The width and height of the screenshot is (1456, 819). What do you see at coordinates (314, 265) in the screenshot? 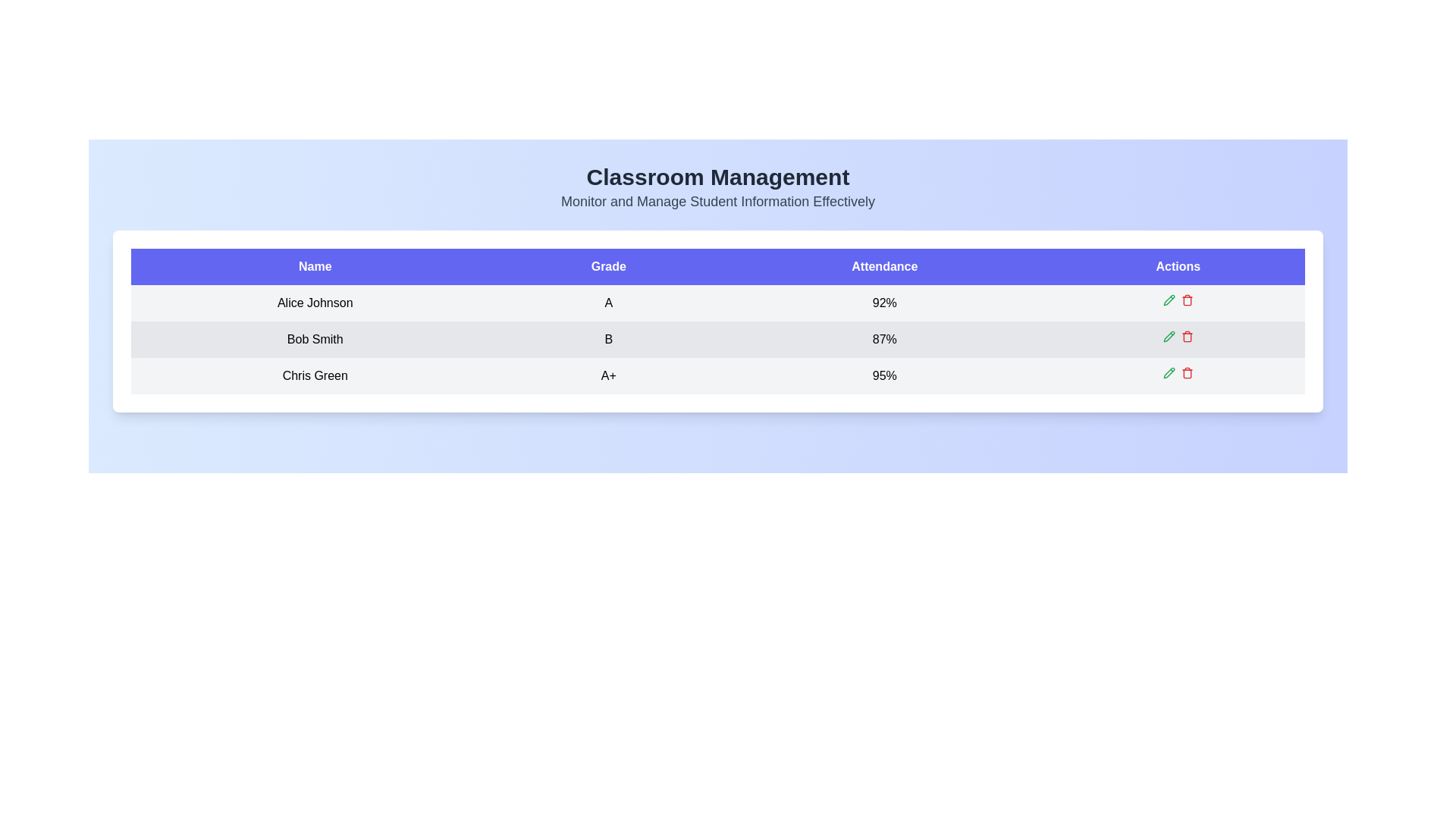
I see `the text content of the 'Name' column header cell, which is the first cell in the header row of the table` at bounding box center [314, 265].